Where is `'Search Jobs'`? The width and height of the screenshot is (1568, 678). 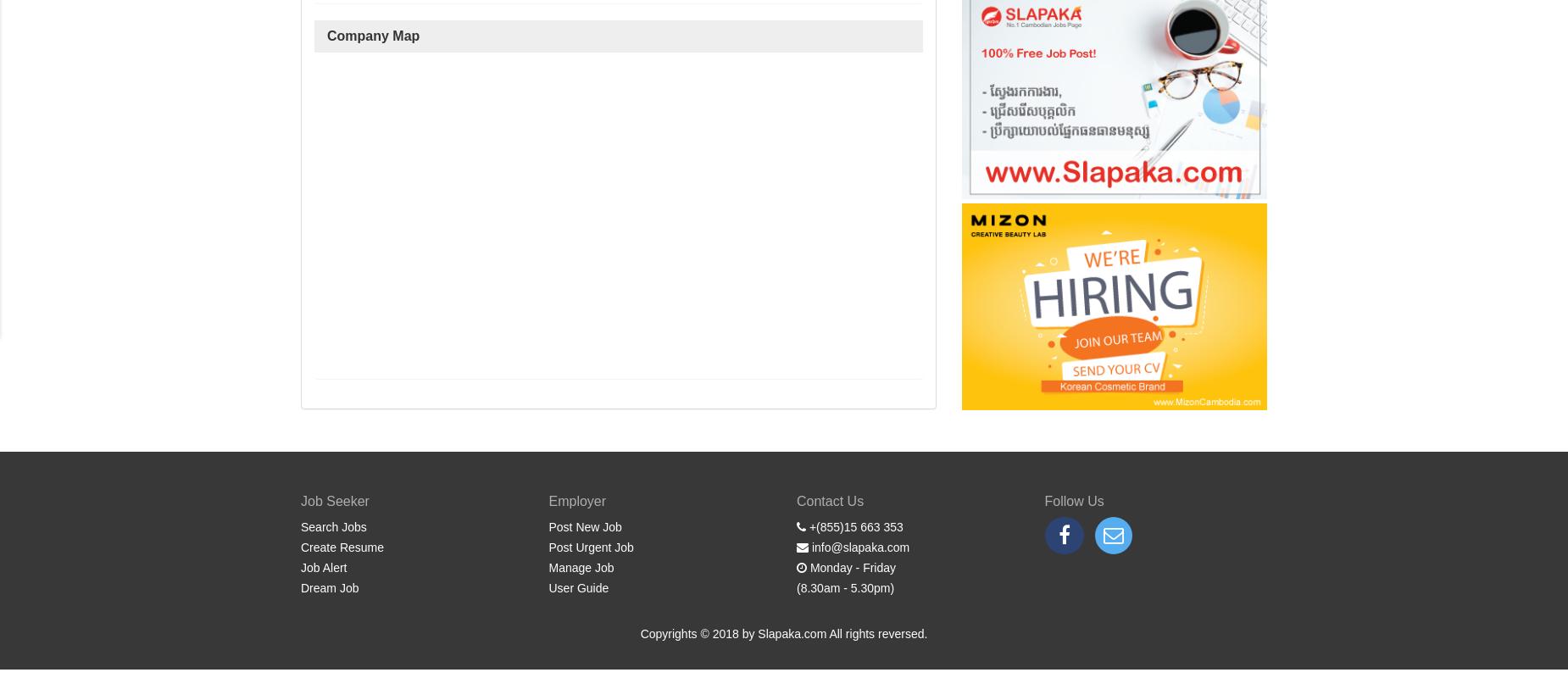 'Search Jobs' is located at coordinates (332, 527).